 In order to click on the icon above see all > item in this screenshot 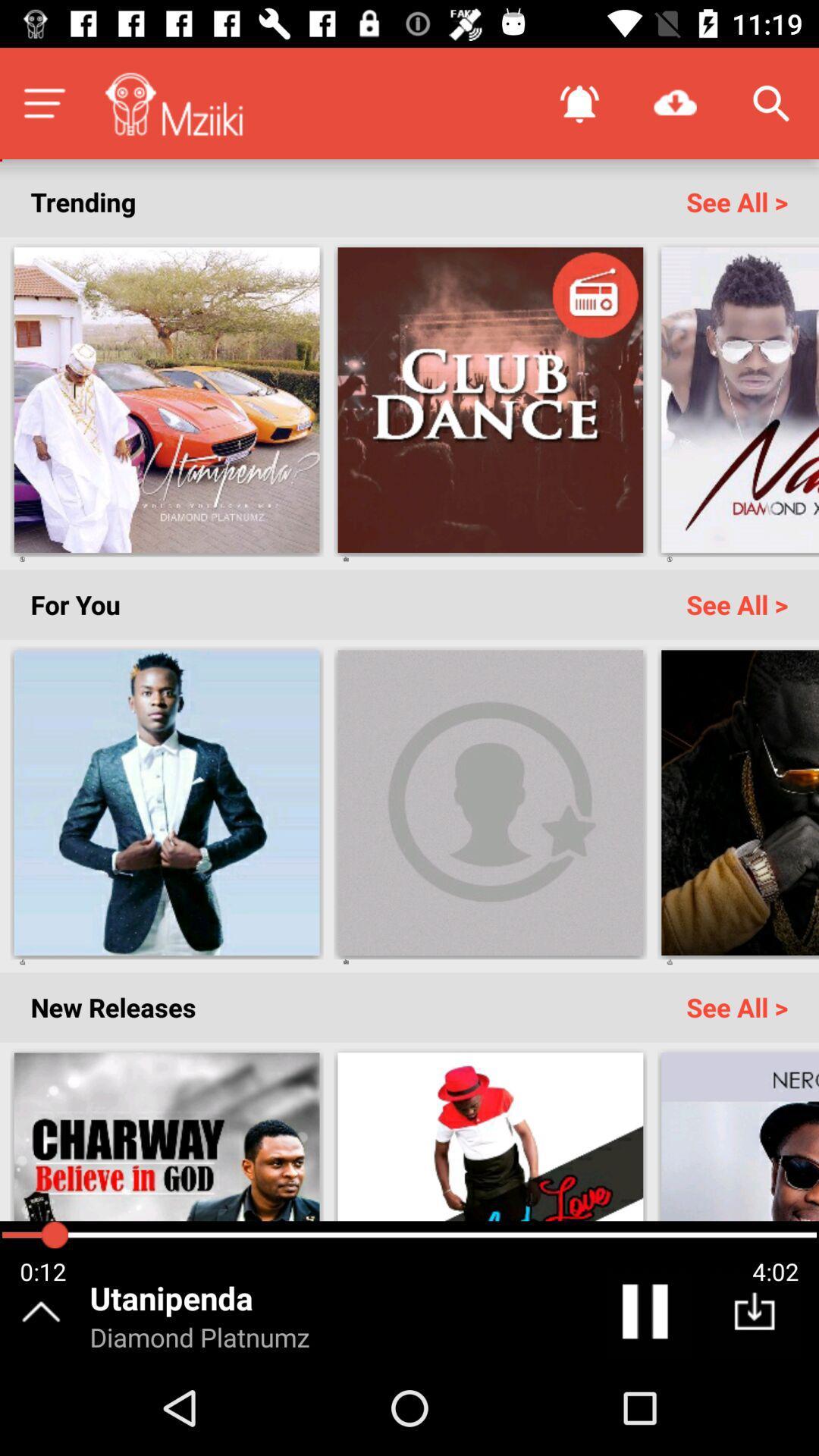, I will do `click(771, 102)`.